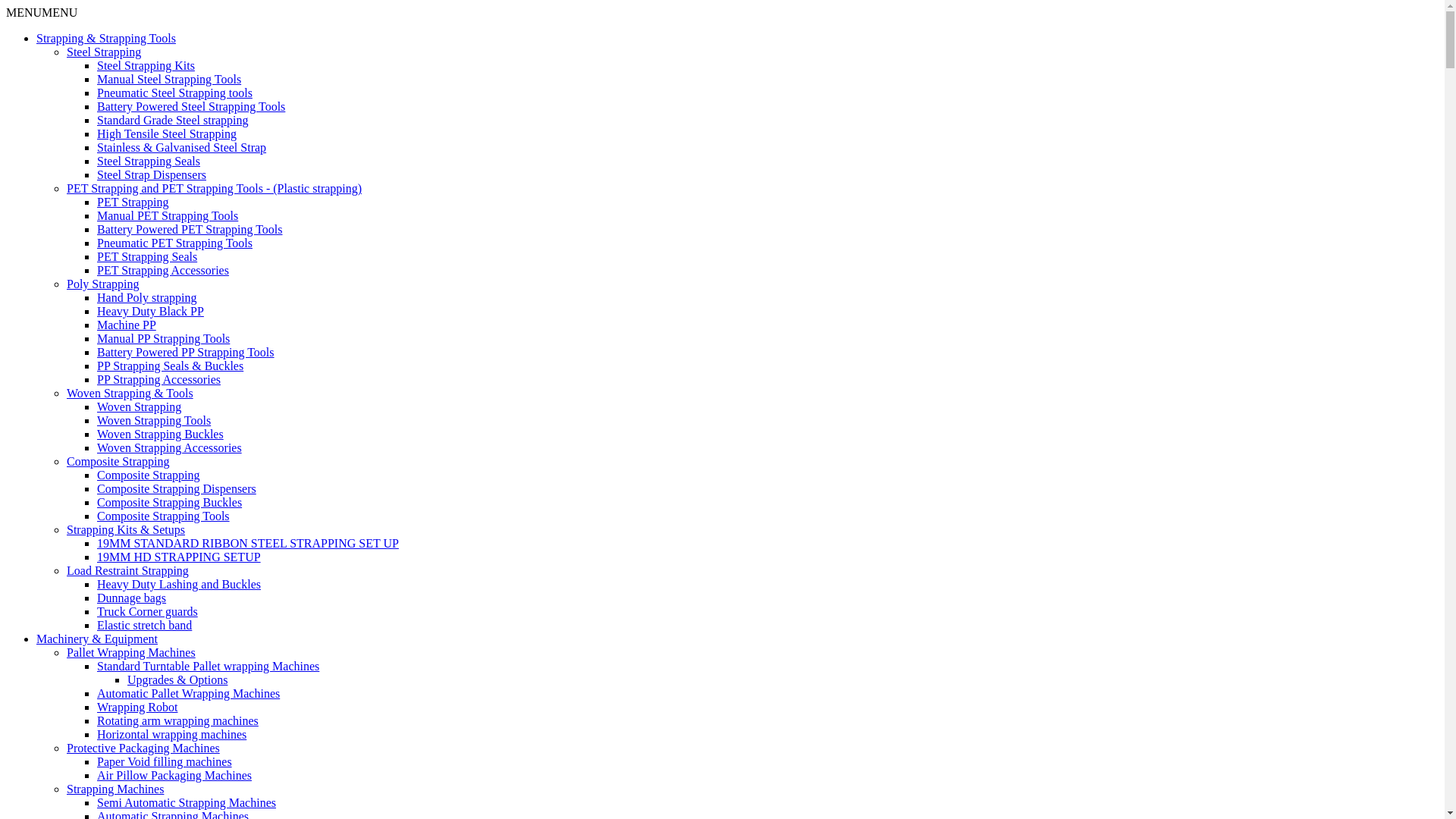 The width and height of the screenshot is (1456, 819). Describe the element at coordinates (170, 366) in the screenshot. I see `'PP Strapping Seals & Buckles'` at that location.